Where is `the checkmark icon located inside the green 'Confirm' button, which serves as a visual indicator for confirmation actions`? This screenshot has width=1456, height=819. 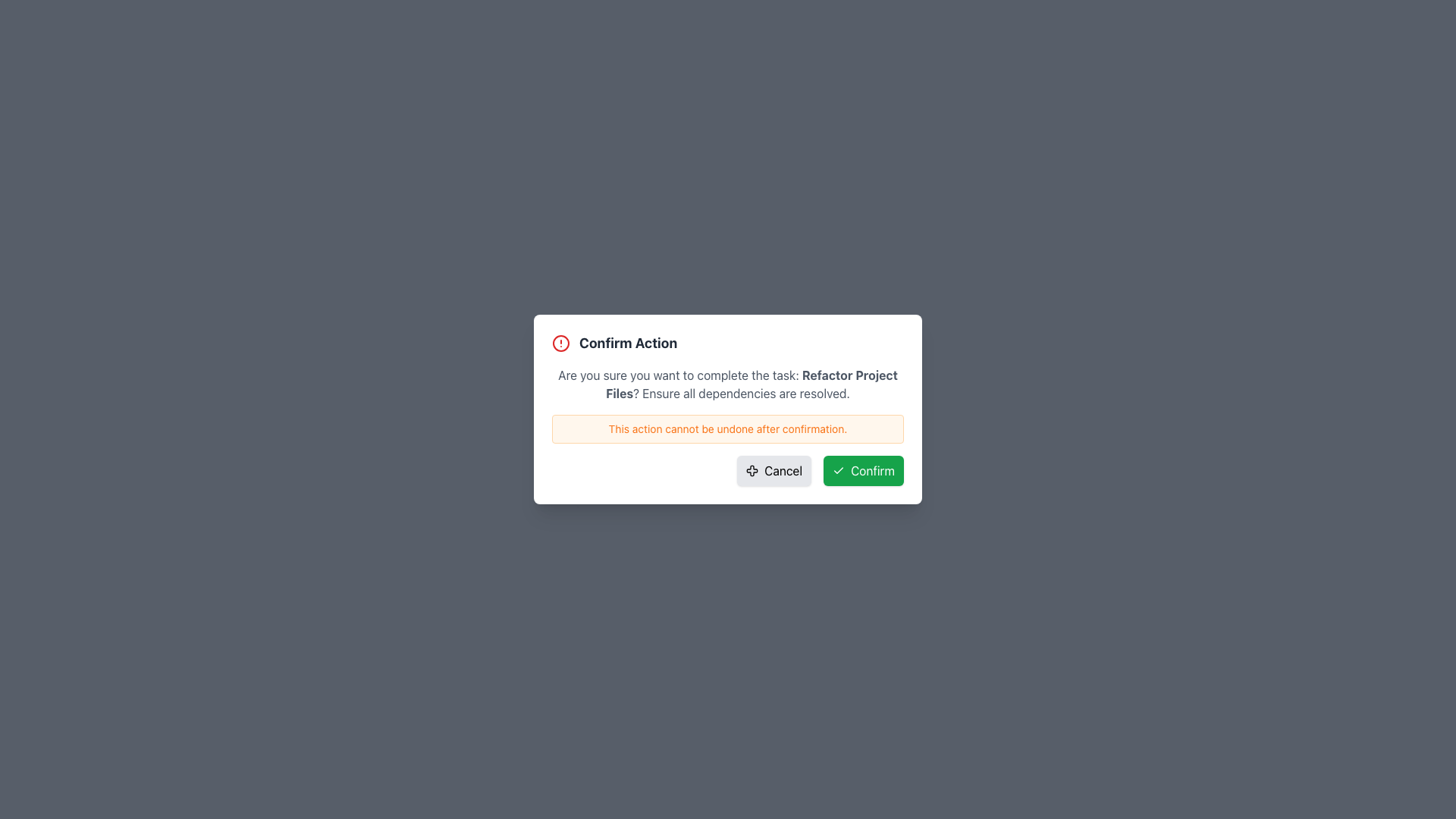
the checkmark icon located inside the green 'Confirm' button, which serves as a visual indicator for confirmation actions is located at coordinates (838, 470).